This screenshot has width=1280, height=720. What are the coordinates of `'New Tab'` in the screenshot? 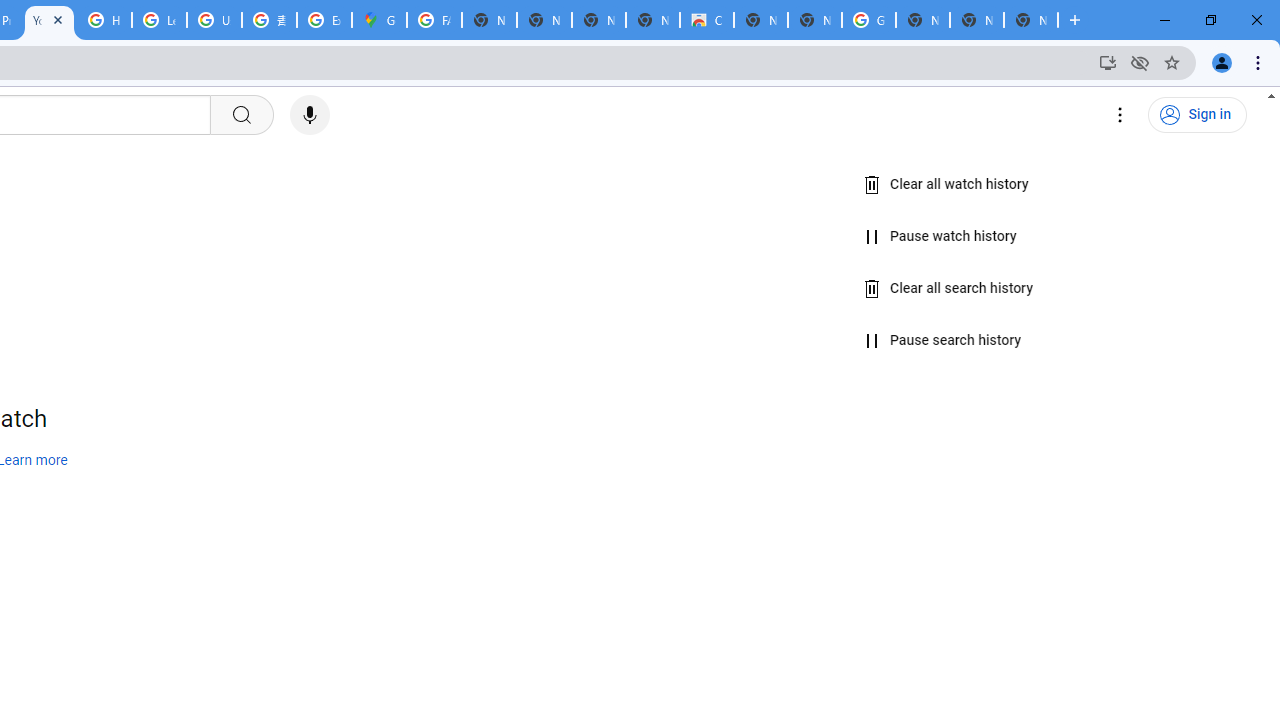 It's located at (1031, 20).